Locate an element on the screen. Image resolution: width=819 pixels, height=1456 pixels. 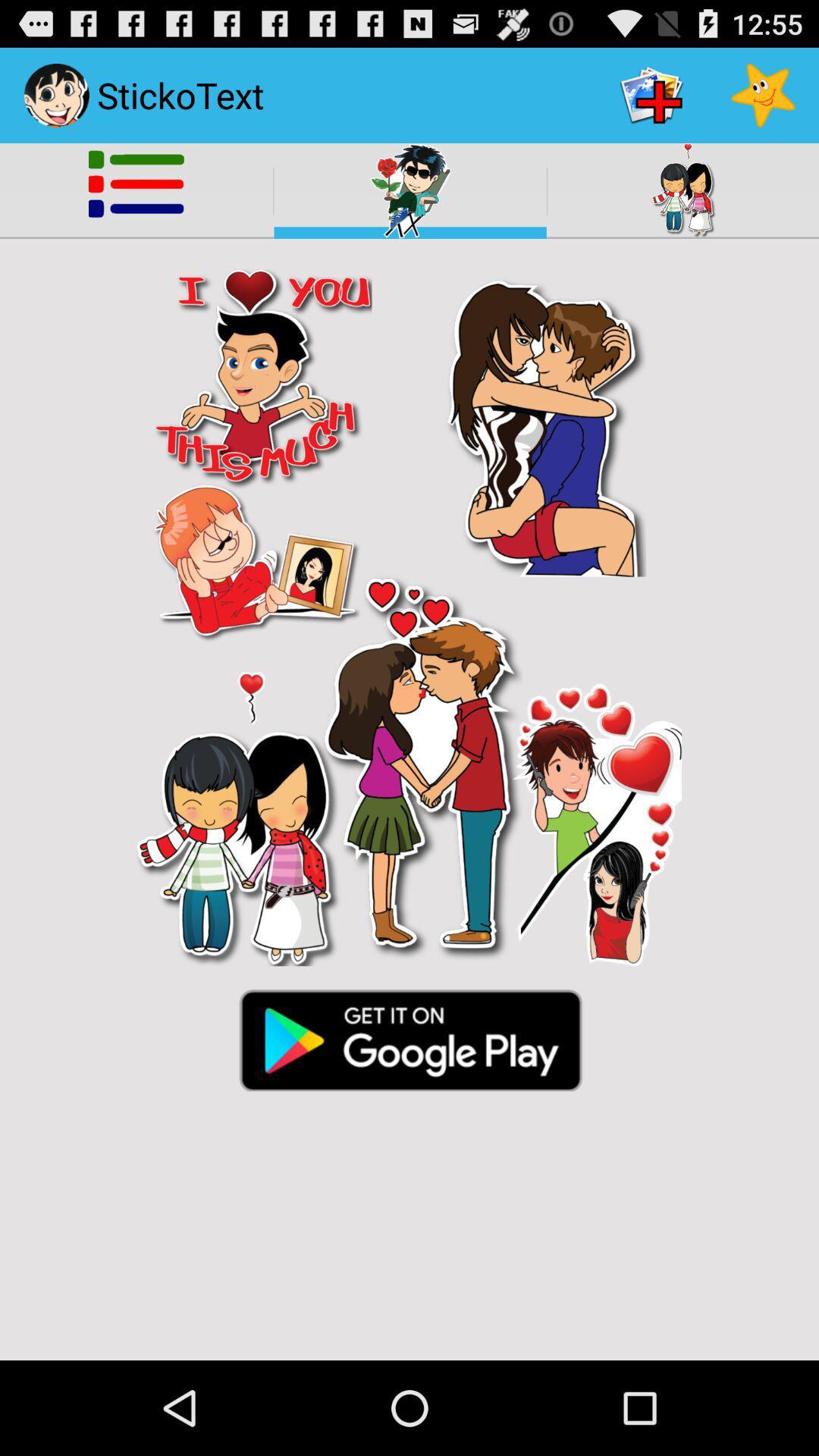
google playstore is located at coordinates (409, 1038).